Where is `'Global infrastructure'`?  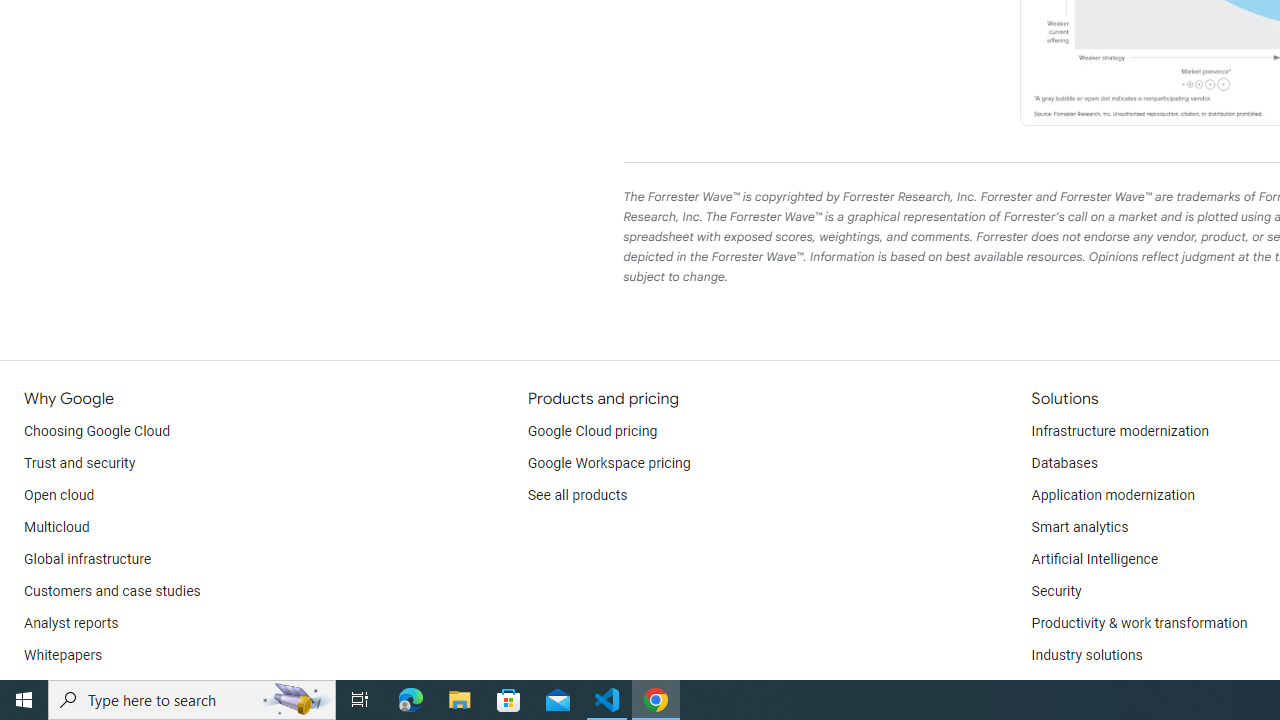
'Global infrastructure' is located at coordinates (87, 560).